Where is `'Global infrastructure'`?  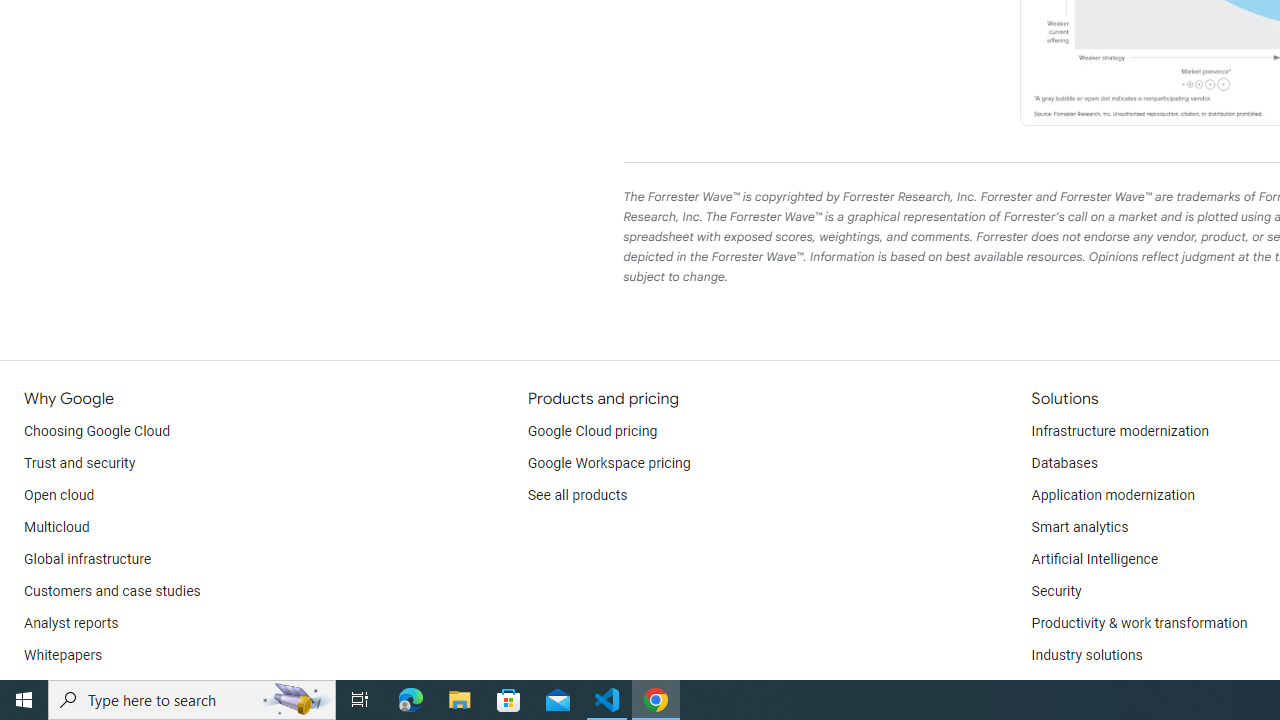
'Global infrastructure' is located at coordinates (87, 560).